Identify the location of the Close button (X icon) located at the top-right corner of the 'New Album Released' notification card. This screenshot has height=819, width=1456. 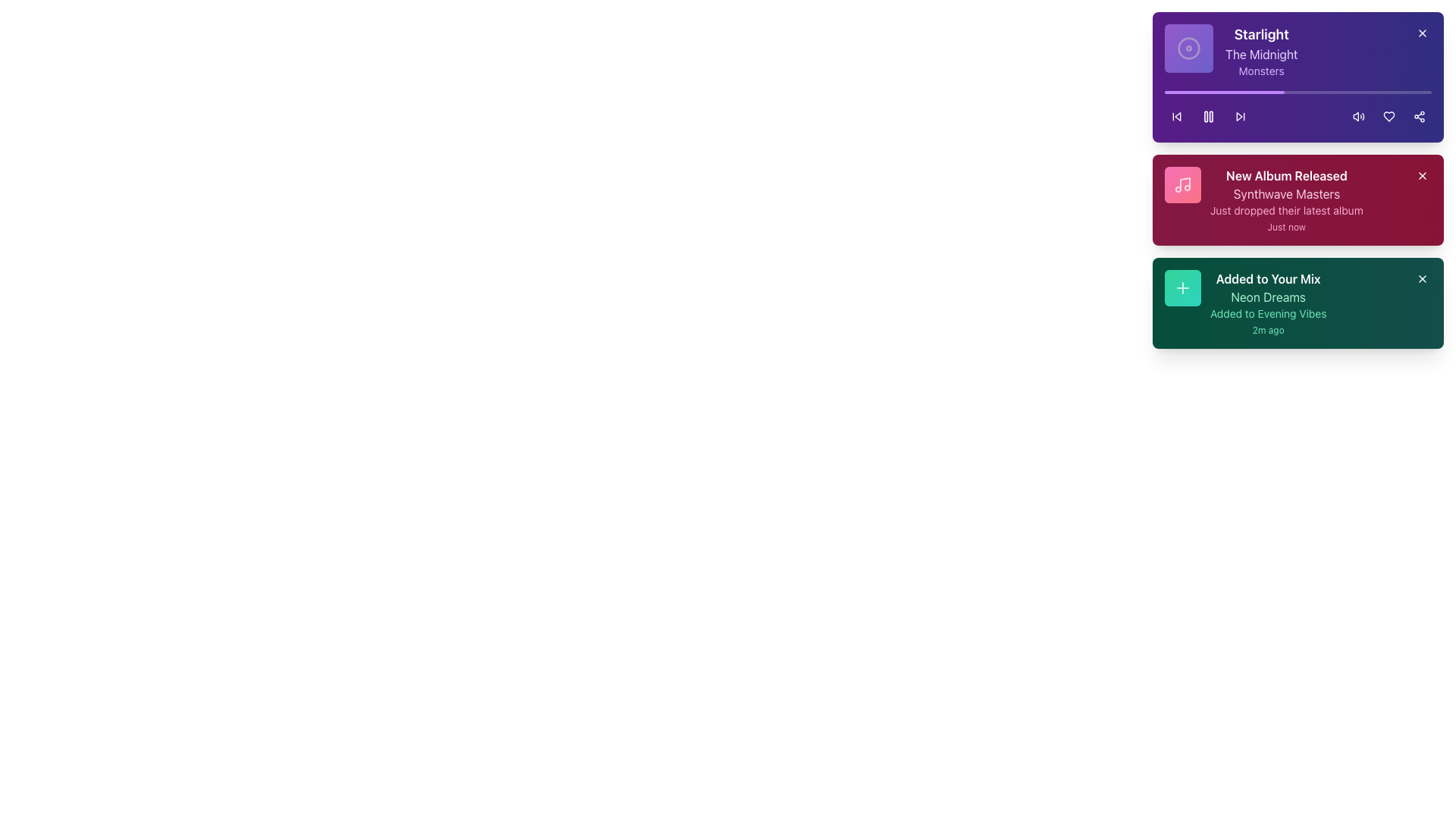
(1422, 174).